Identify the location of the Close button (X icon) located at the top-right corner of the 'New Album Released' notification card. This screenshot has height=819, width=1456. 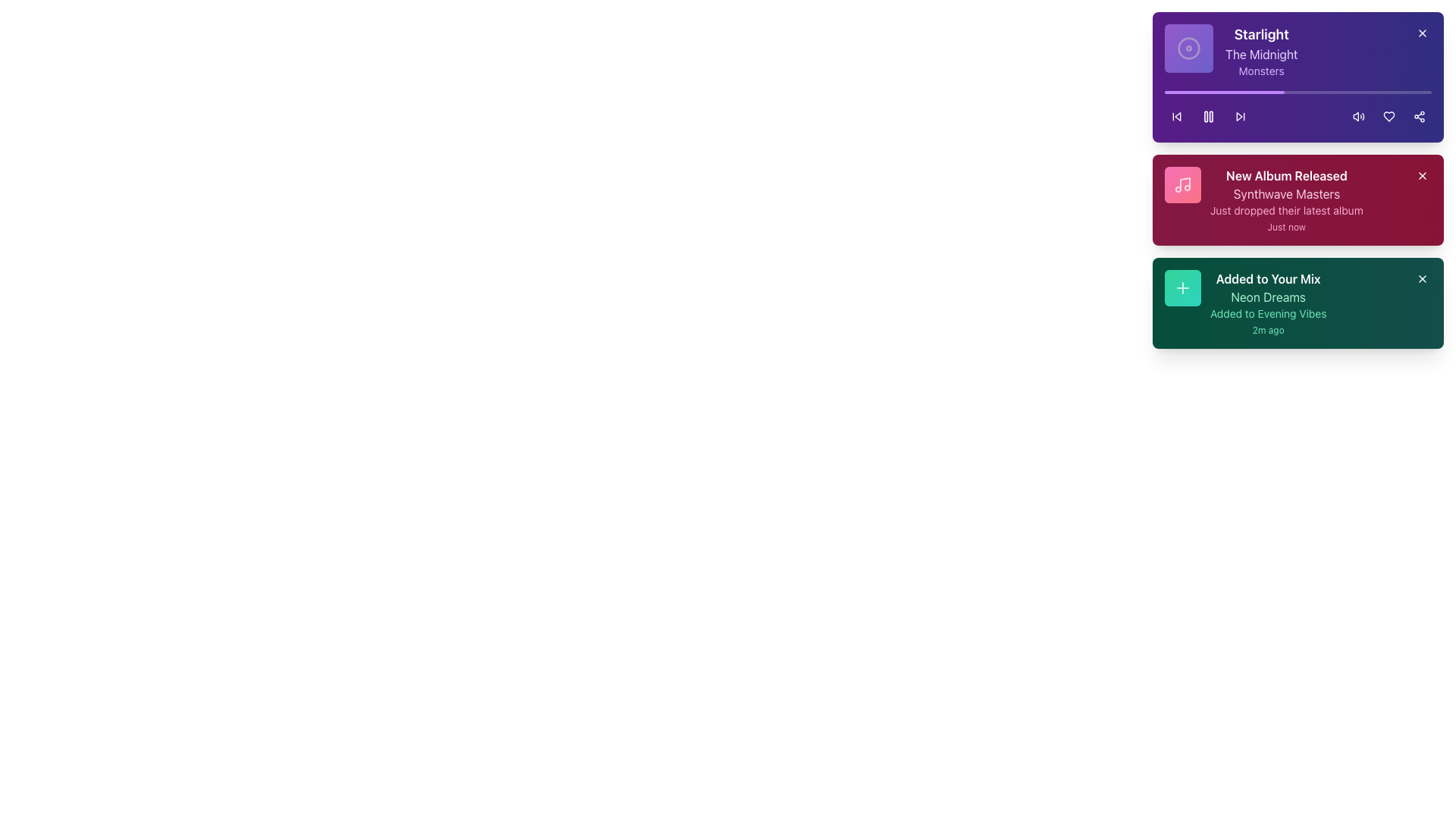
(1422, 174).